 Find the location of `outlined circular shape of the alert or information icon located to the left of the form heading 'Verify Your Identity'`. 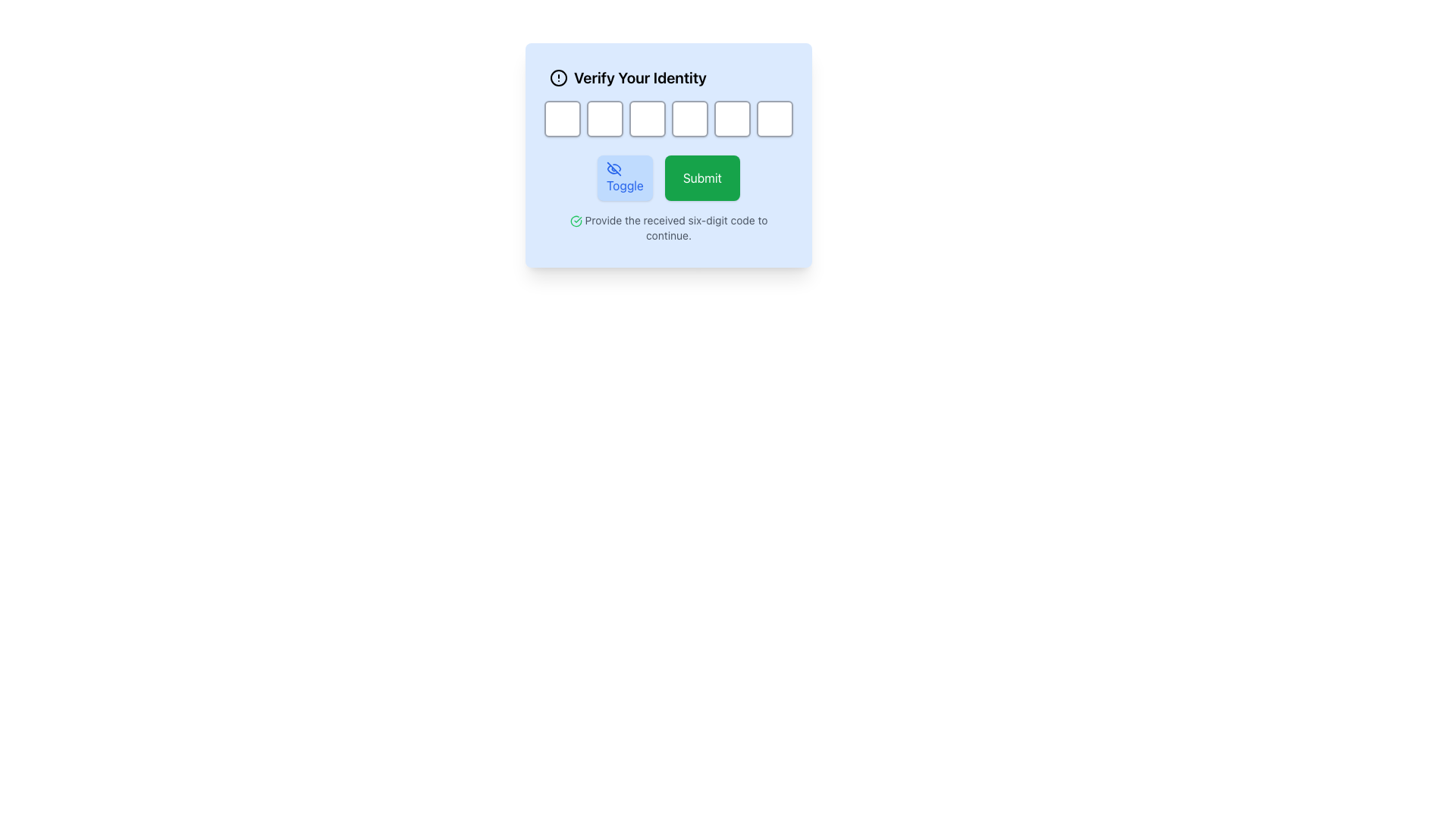

outlined circular shape of the alert or information icon located to the left of the form heading 'Verify Your Identity' is located at coordinates (558, 78).